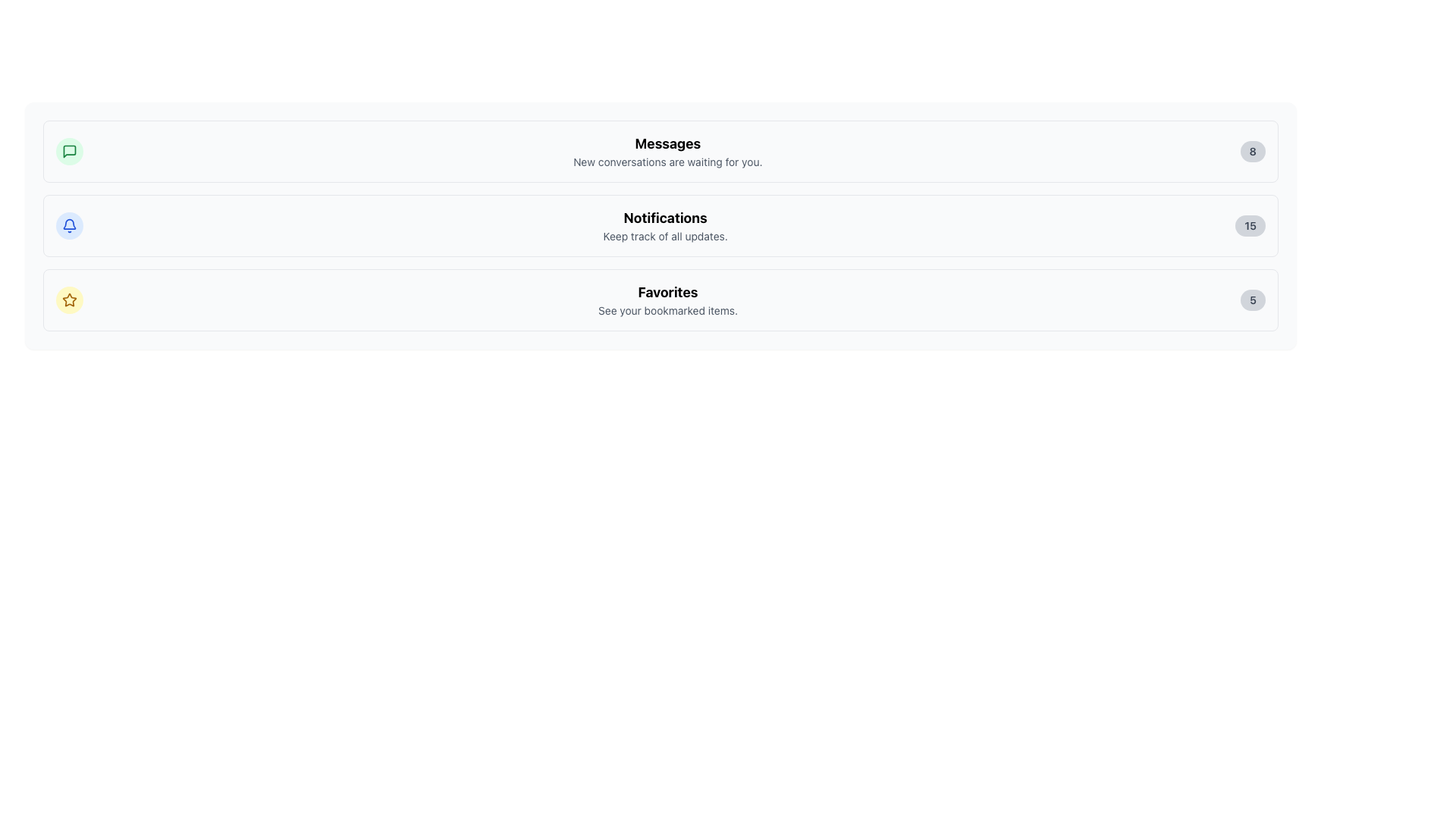  Describe the element at coordinates (667, 292) in the screenshot. I see `the 'Favorites' header text element` at that location.